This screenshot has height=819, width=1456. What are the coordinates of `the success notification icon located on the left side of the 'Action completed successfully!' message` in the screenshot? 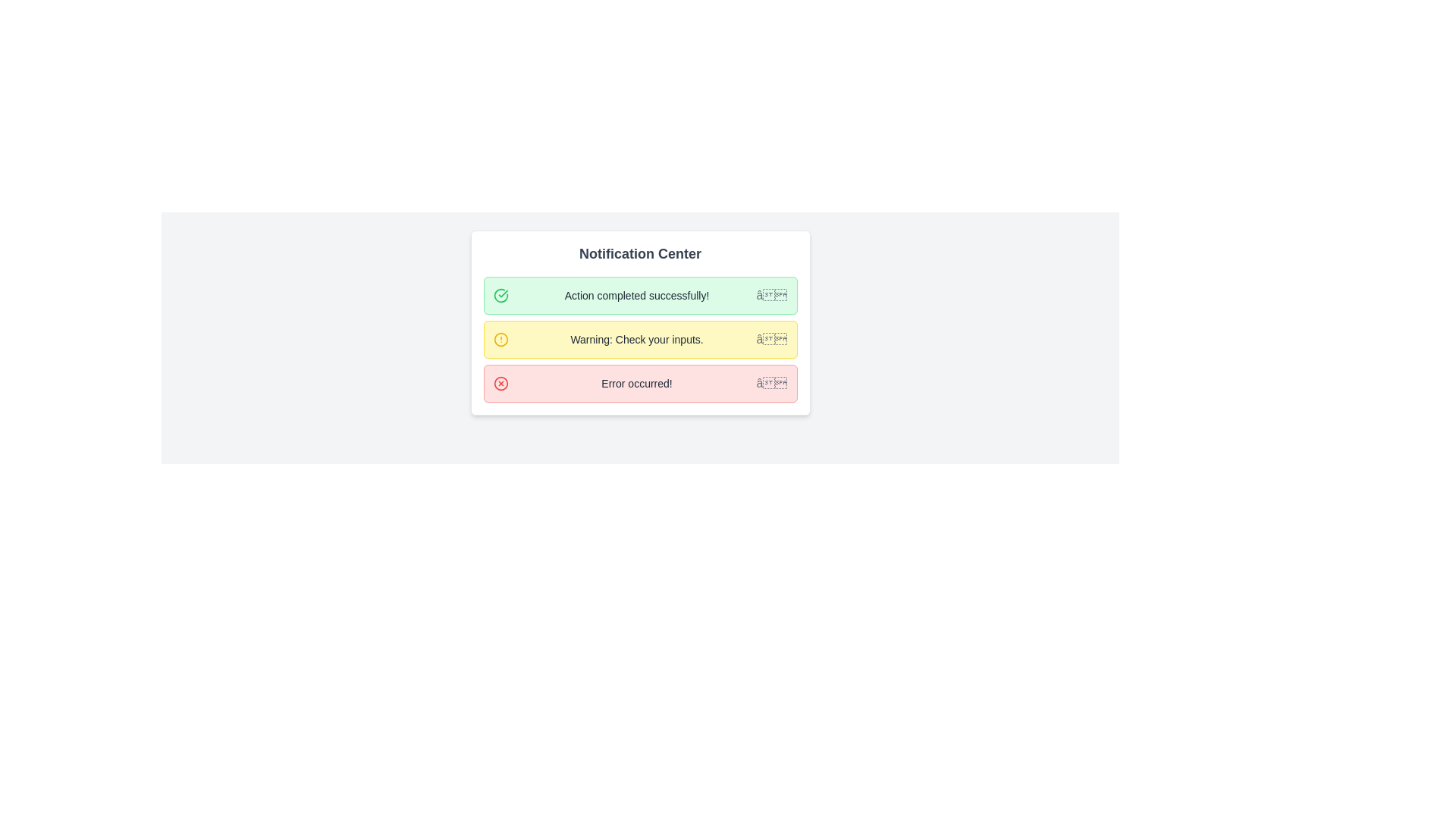 It's located at (500, 295).